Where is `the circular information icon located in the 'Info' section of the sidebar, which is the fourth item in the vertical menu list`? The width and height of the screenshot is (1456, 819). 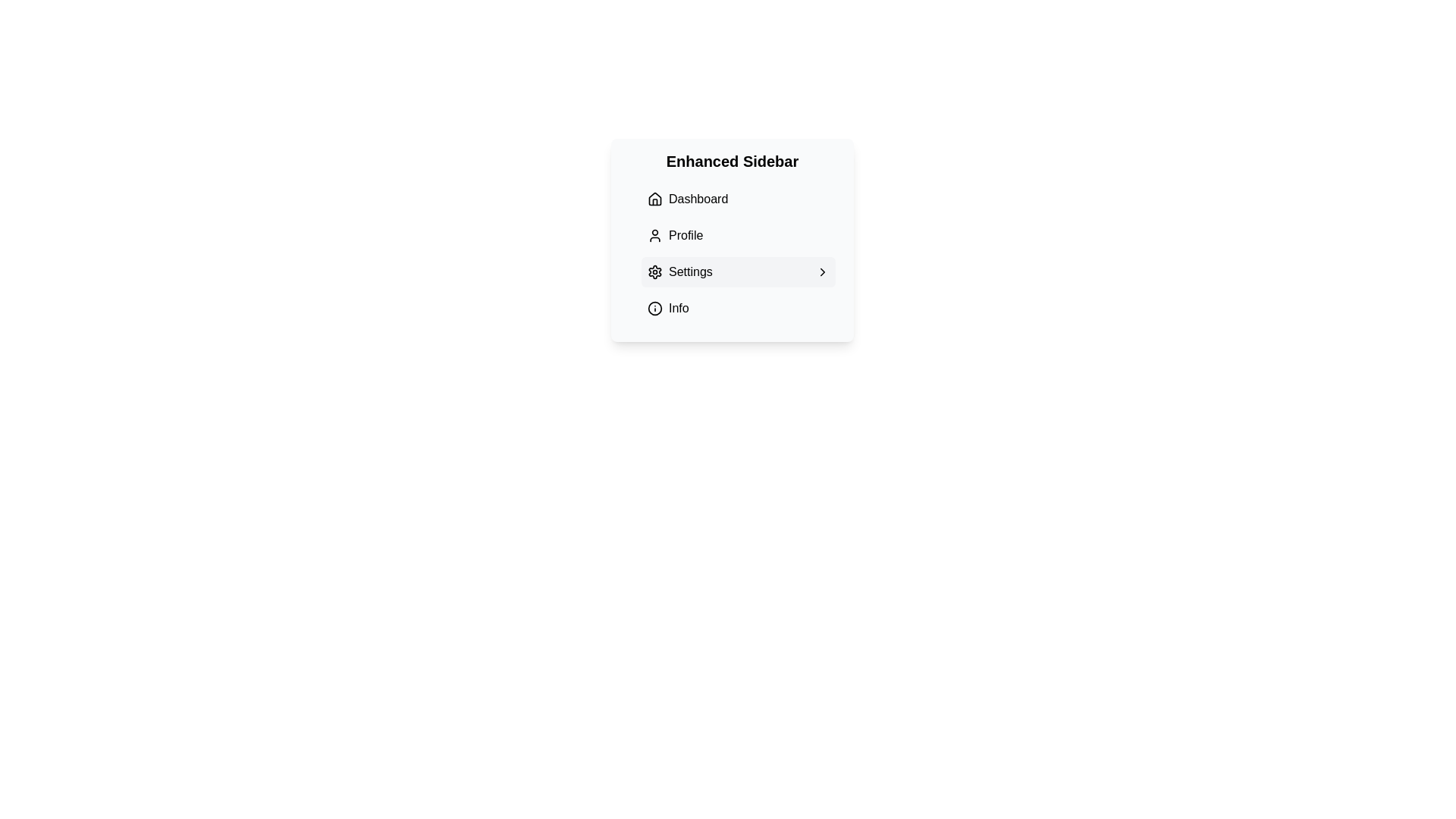 the circular information icon located in the 'Info' section of the sidebar, which is the fourth item in the vertical menu list is located at coordinates (655, 308).